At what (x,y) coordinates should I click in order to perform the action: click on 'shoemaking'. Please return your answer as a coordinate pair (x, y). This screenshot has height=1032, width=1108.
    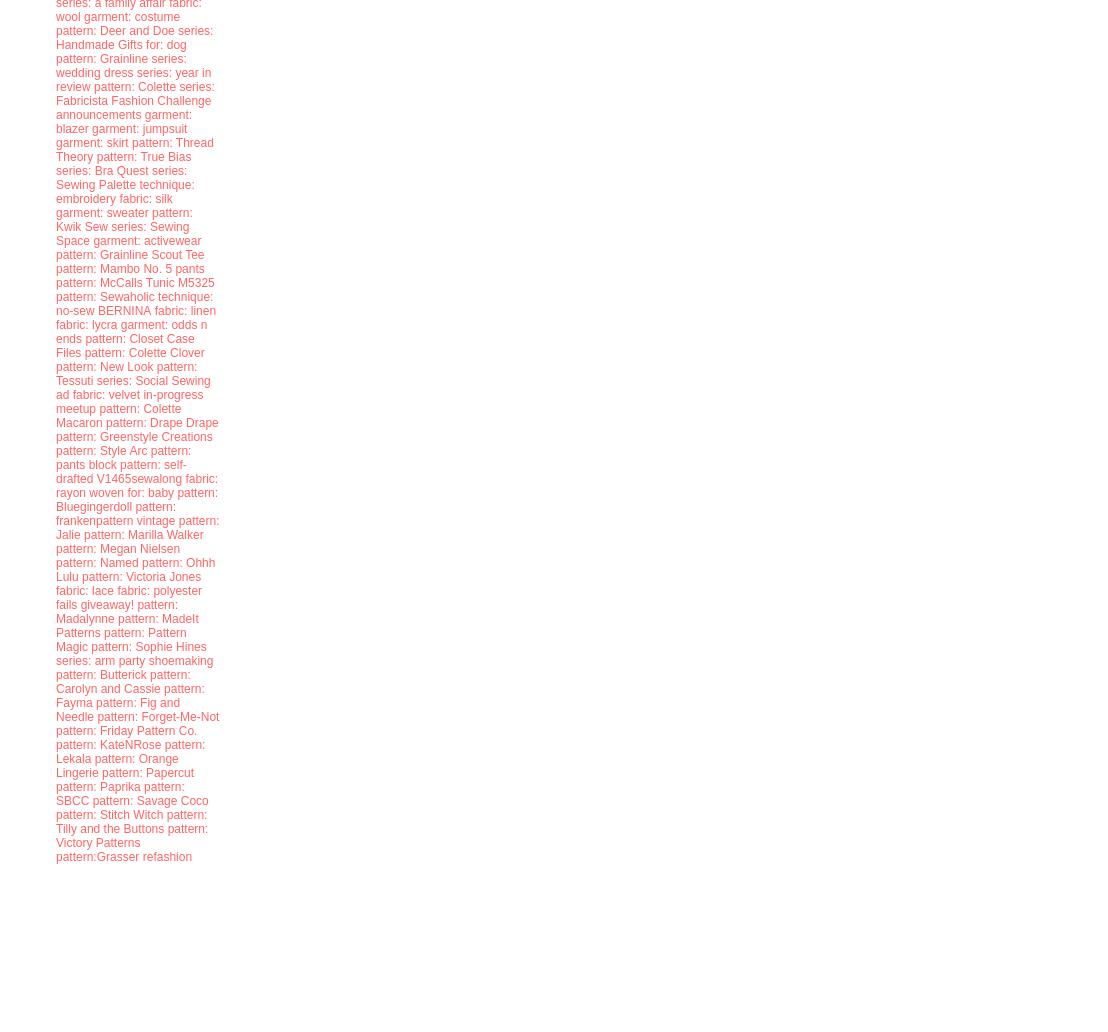
    Looking at the image, I should click on (179, 658).